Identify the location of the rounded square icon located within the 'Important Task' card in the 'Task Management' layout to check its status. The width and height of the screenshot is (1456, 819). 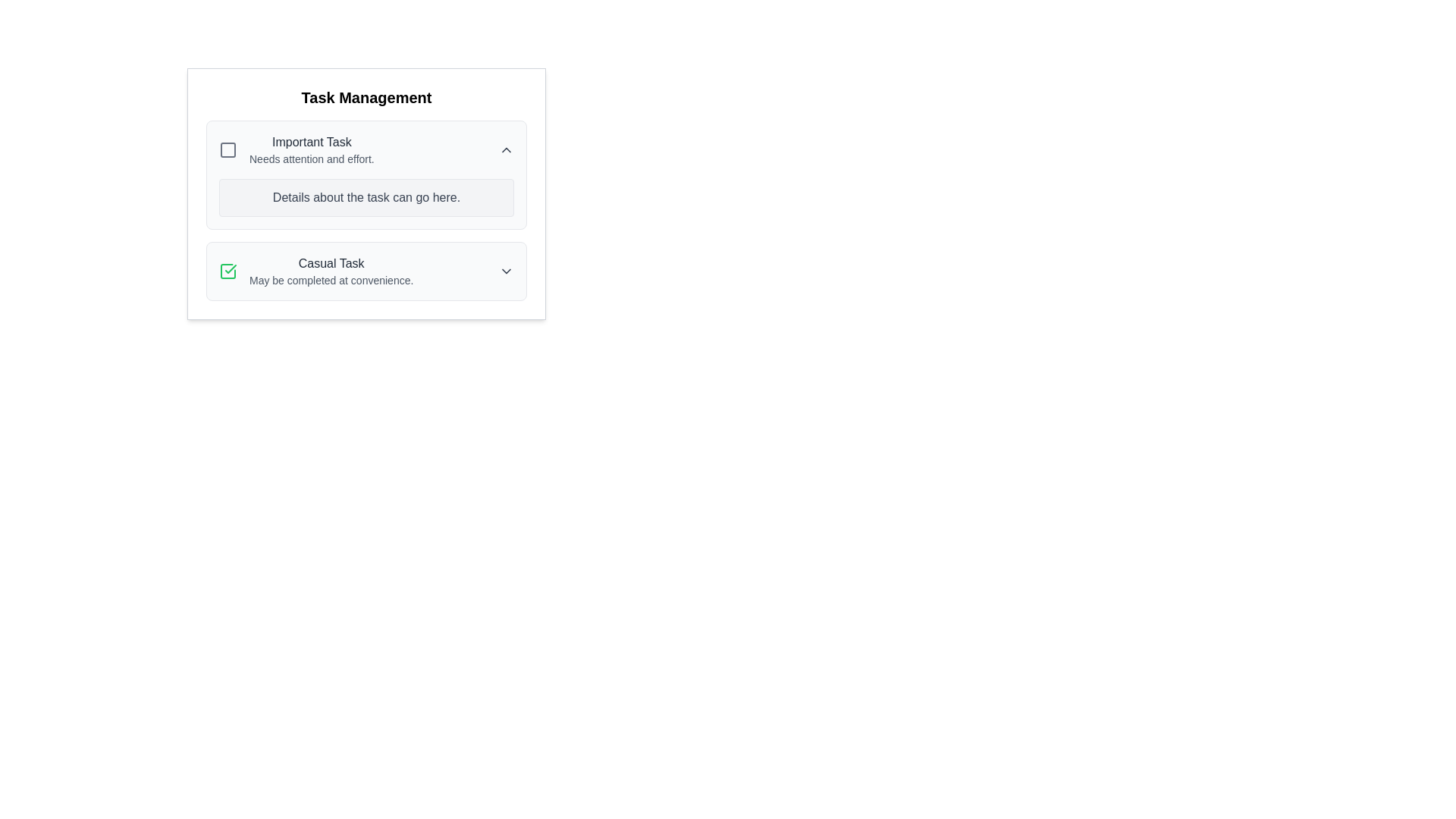
(227, 149).